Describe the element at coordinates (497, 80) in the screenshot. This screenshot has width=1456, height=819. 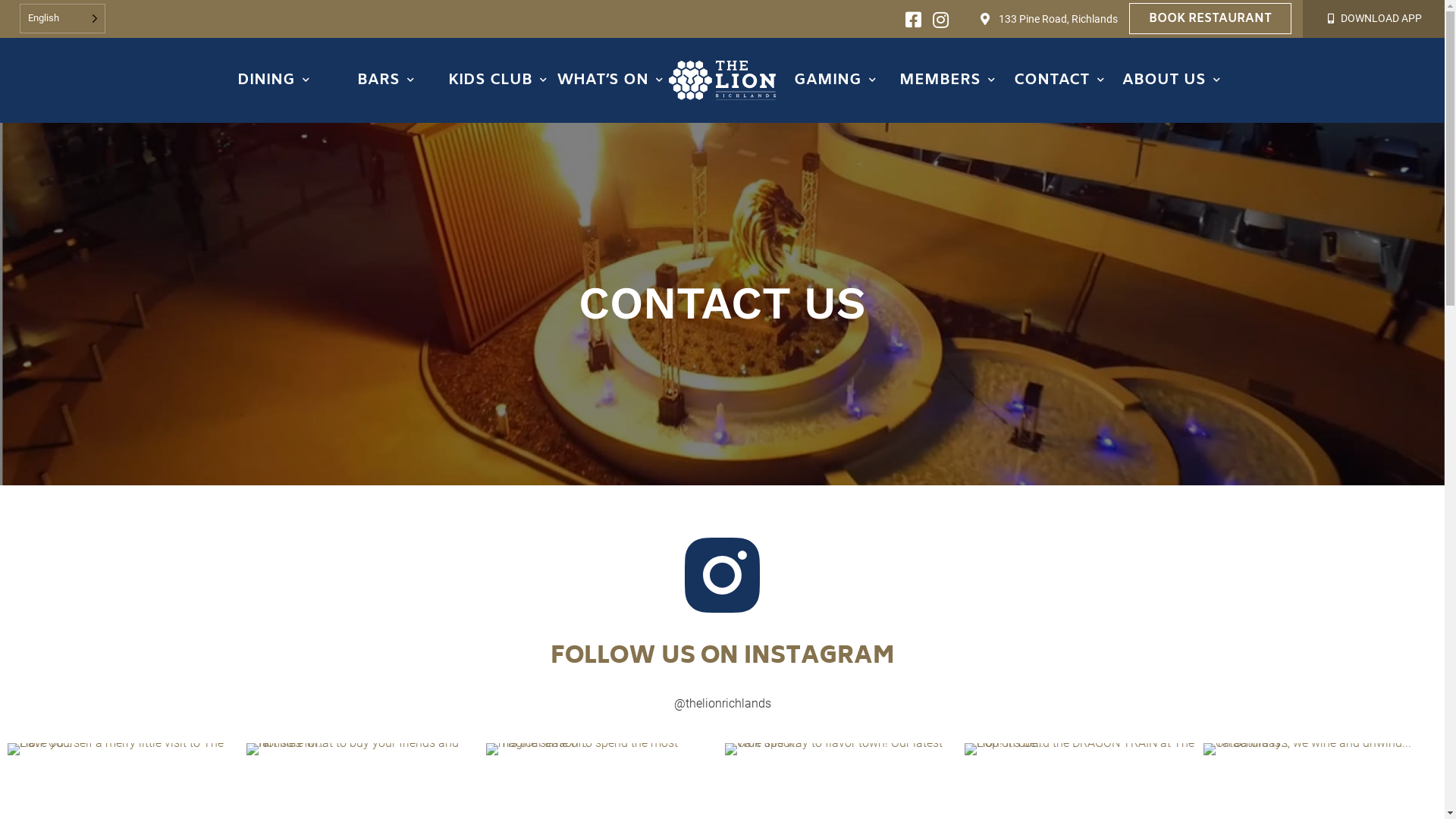
I see `'KIDS CLUB'` at that location.